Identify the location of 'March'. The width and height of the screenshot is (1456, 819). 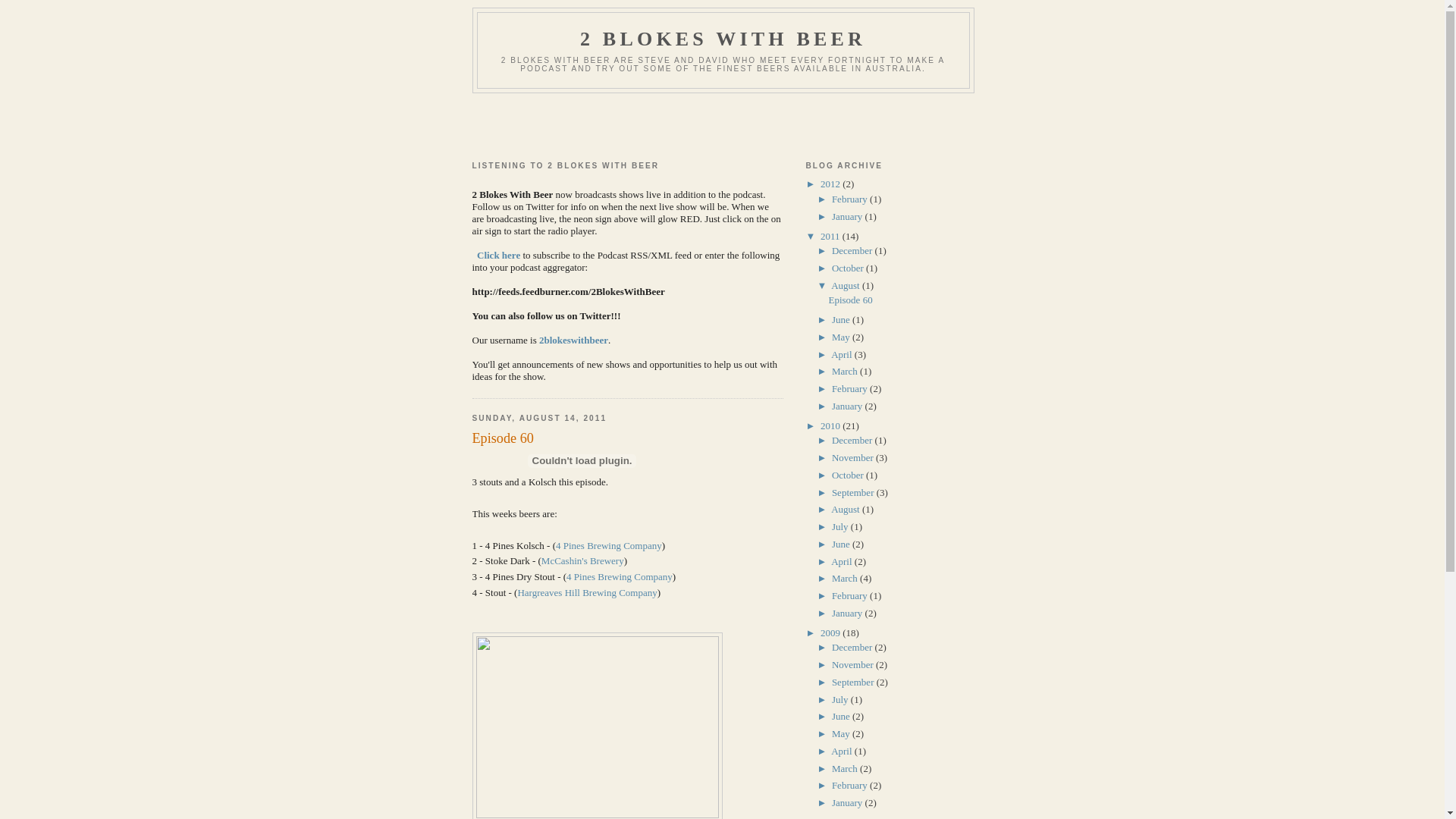
(831, 371).